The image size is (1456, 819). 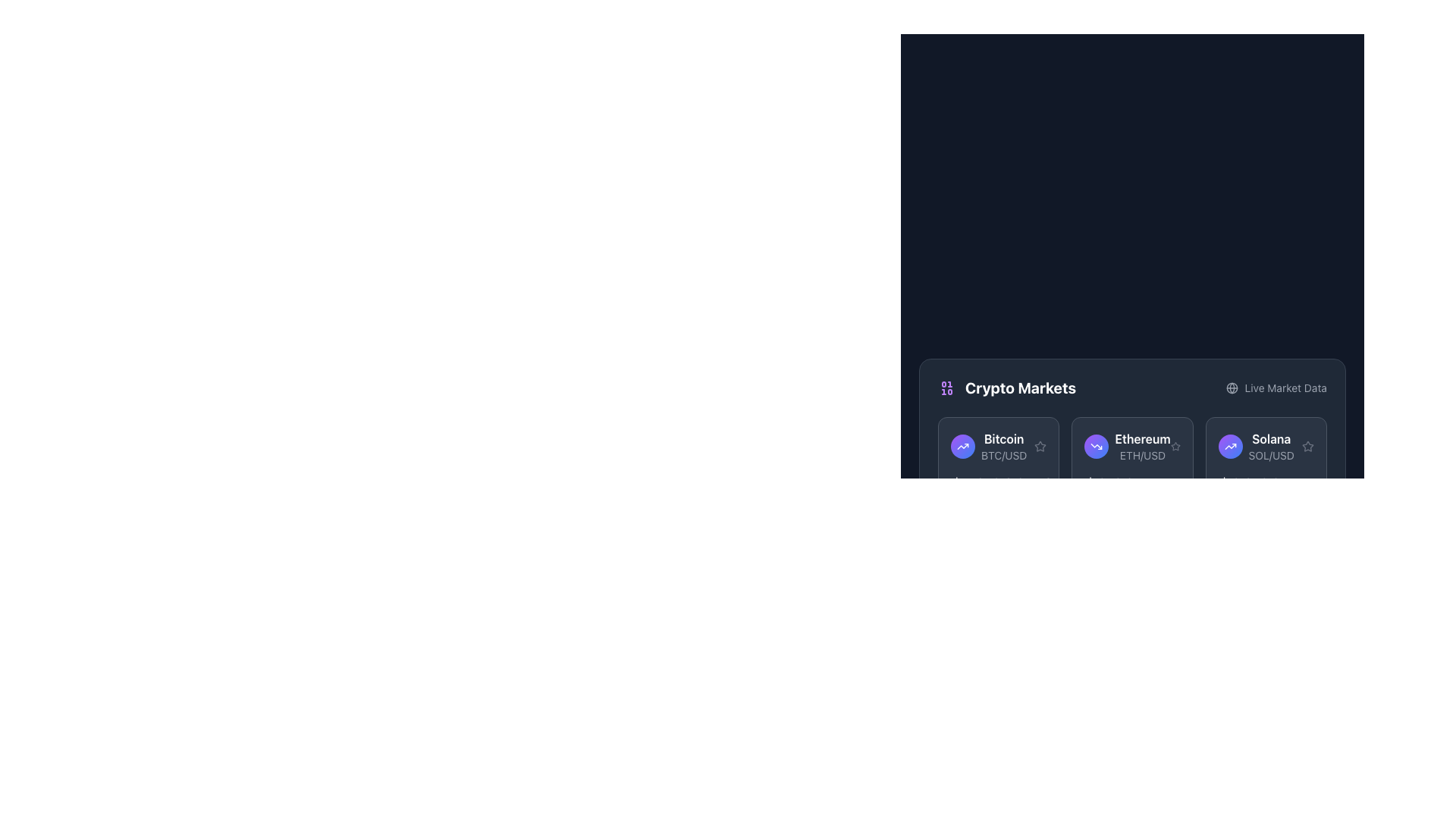 I want to click on on the Ethereum item card in the cryptocurrency market interface, so click(x=1132, y=446).